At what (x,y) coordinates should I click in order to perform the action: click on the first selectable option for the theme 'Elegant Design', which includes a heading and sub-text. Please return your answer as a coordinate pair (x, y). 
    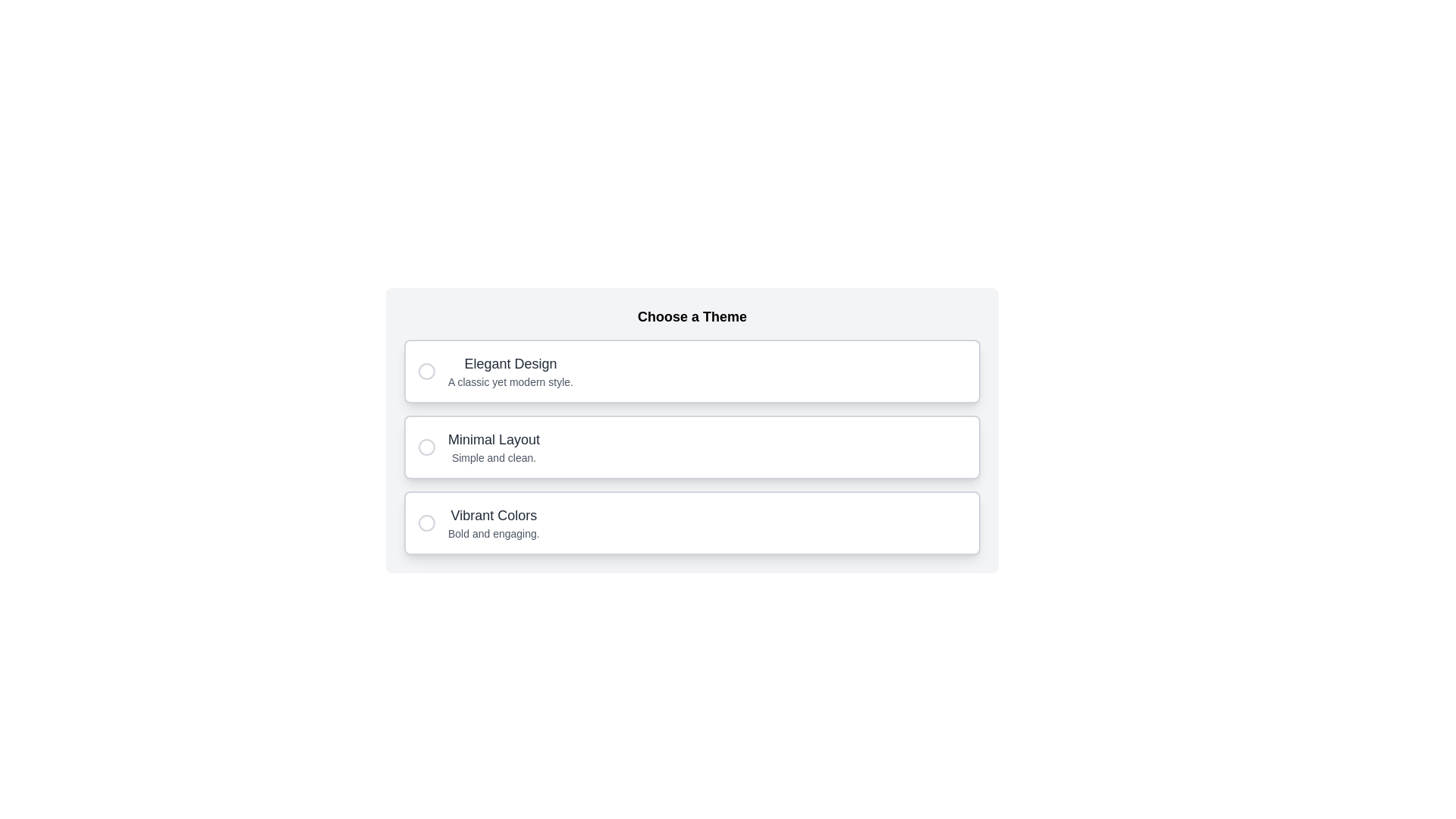
    Looking at the image, I should click on (510, 371).